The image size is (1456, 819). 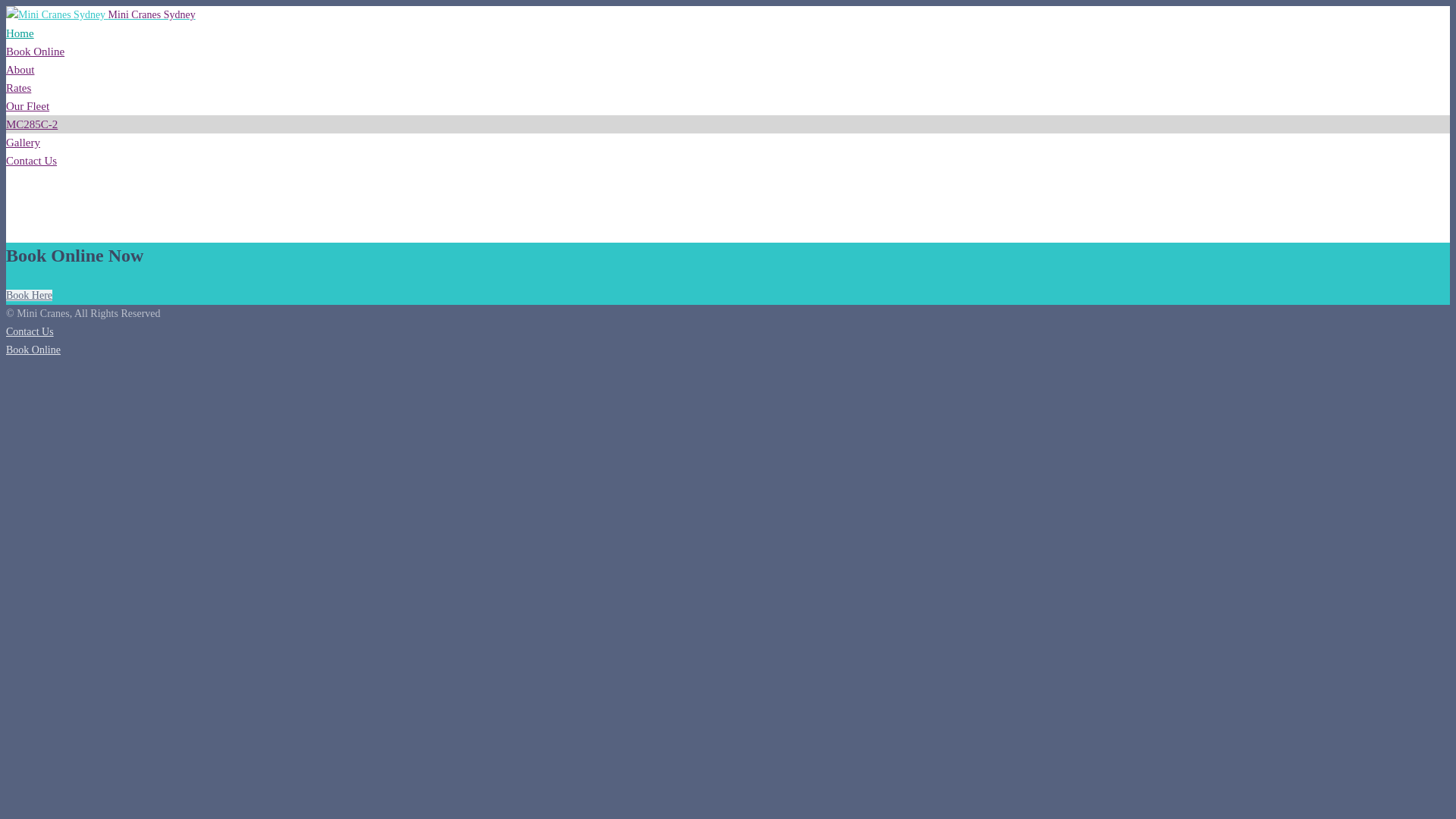 I want to click on 'Mini Cranes Sydney', so click(x=100, y=14).